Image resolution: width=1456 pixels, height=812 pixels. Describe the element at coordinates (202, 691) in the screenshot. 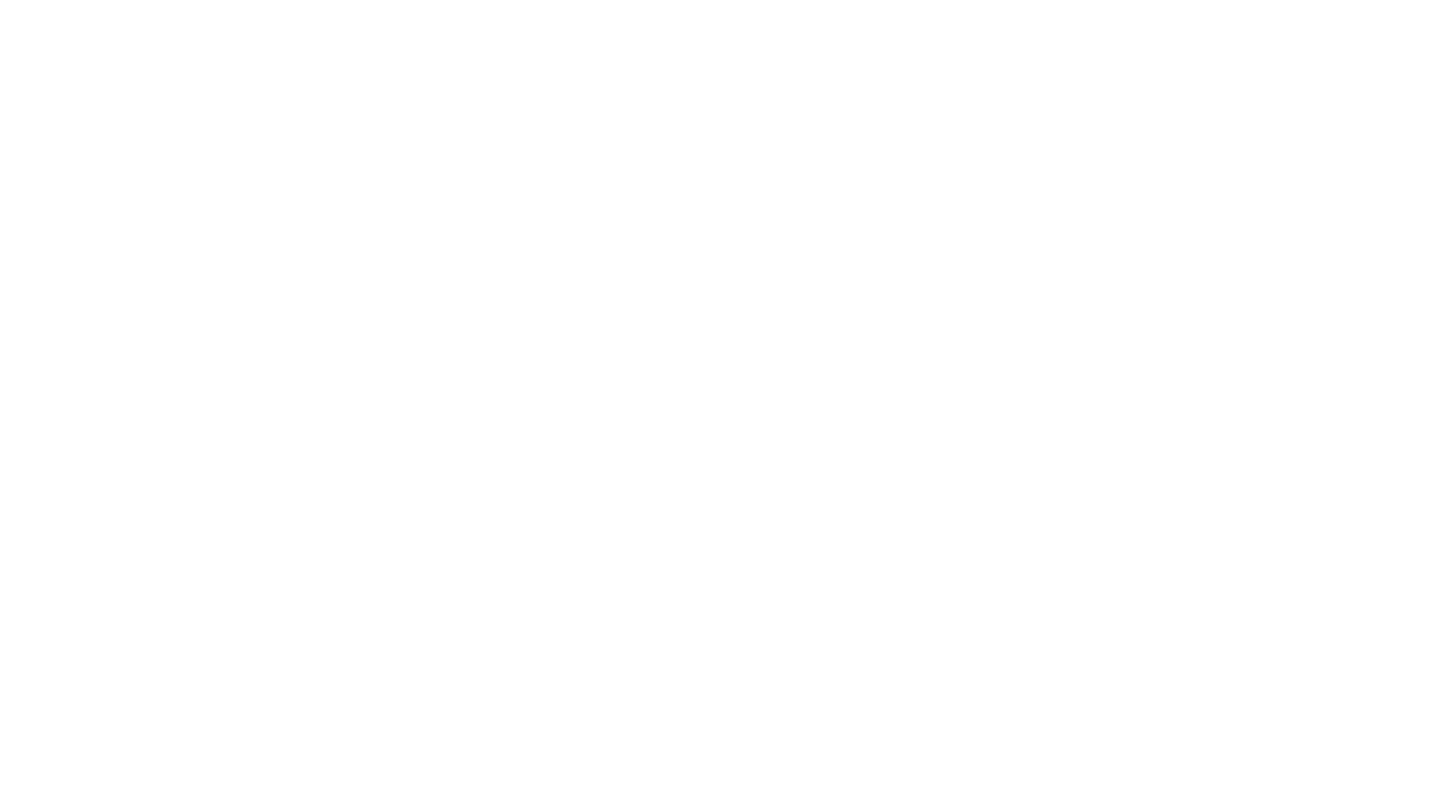

I see `'The Heart Hospital of New Mexico at Lovelace Medical Center'` at that location.